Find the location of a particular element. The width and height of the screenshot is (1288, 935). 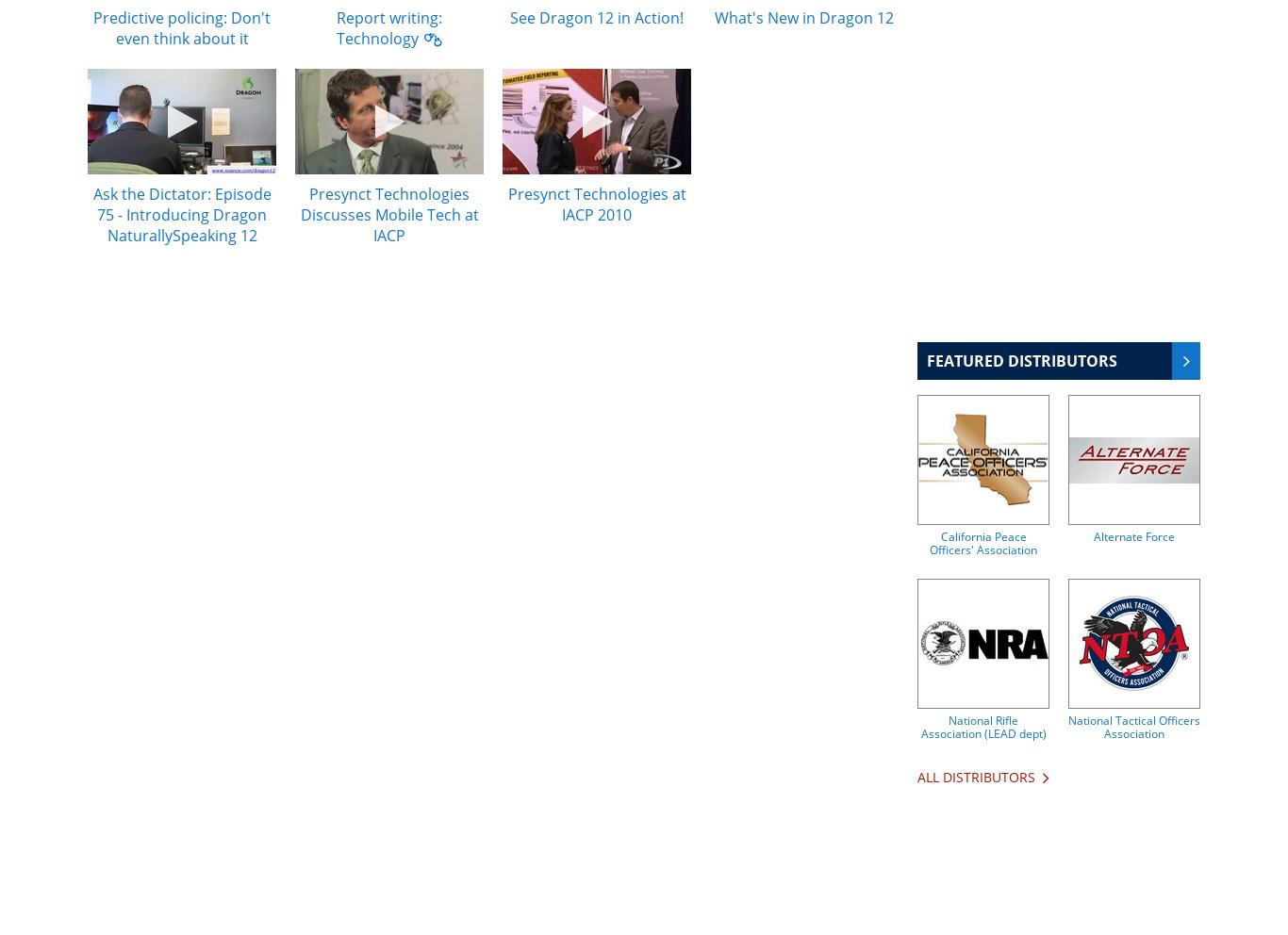

'Distributors' is located at coordinates (987, 777).